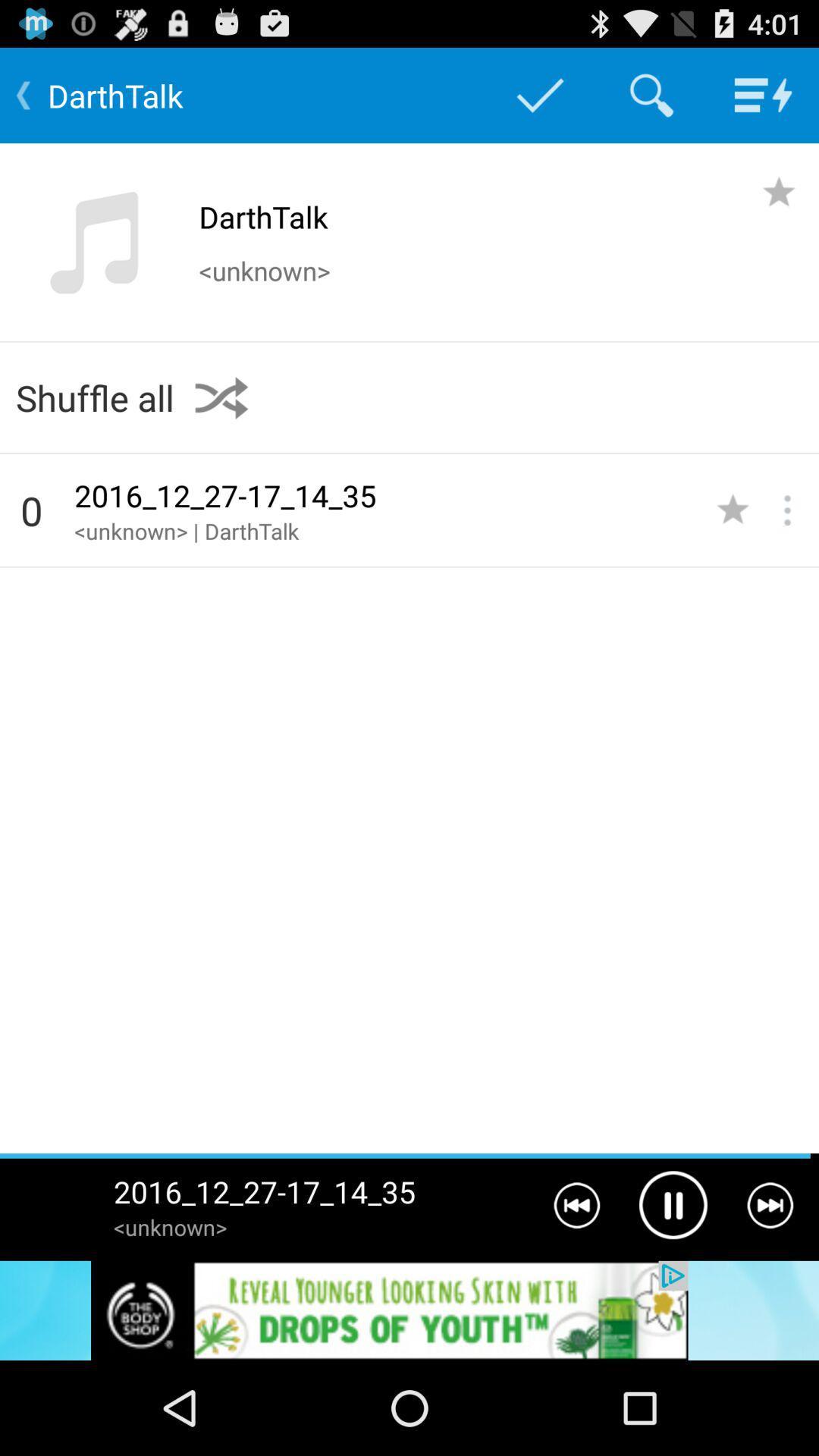 The width and height of the screenshot is (819, 1456). I want to click on the check icon, so click(539, 101).